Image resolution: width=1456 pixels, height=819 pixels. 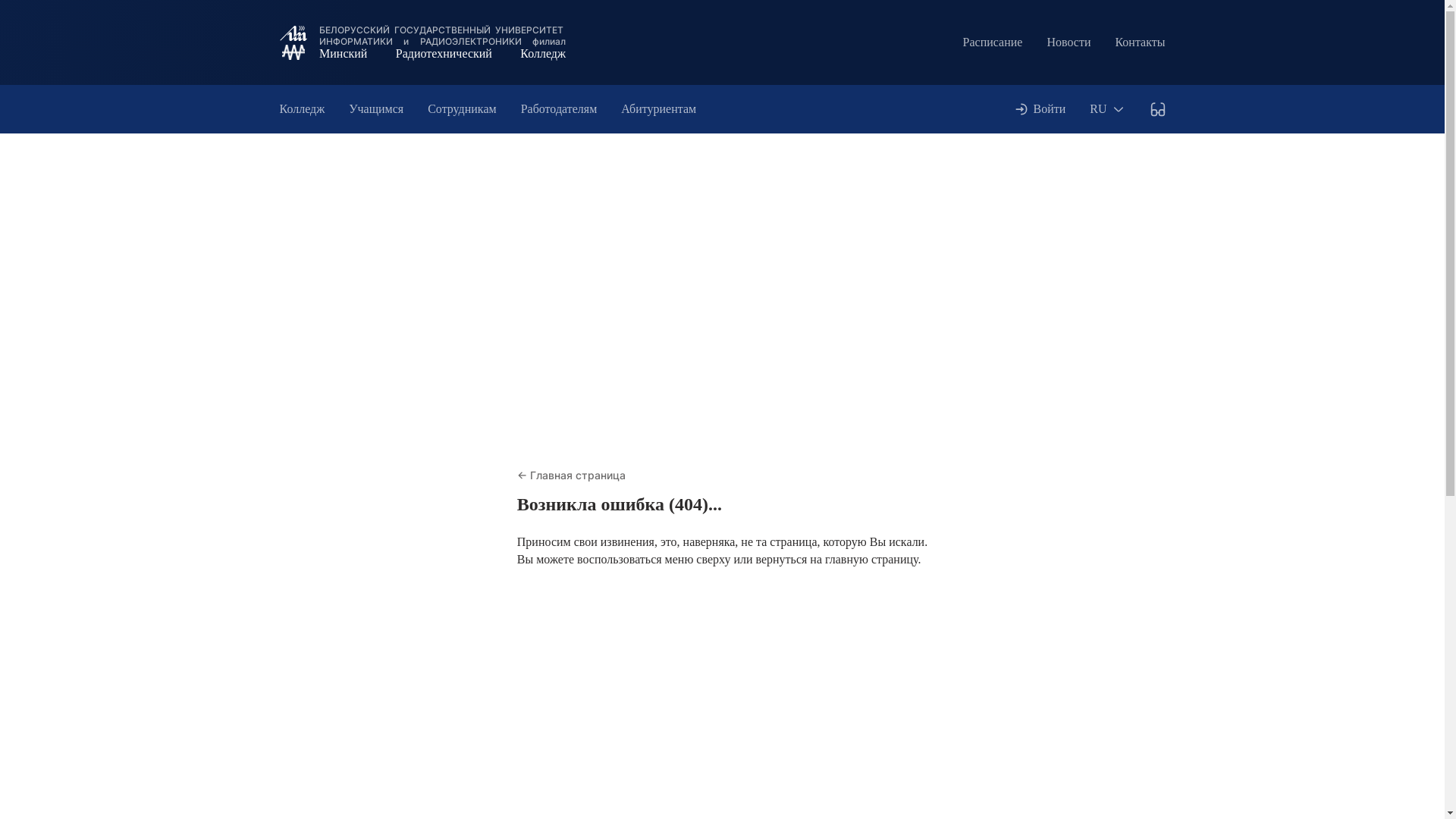 I want to click on 'RU', so click(x=1107, y=108).